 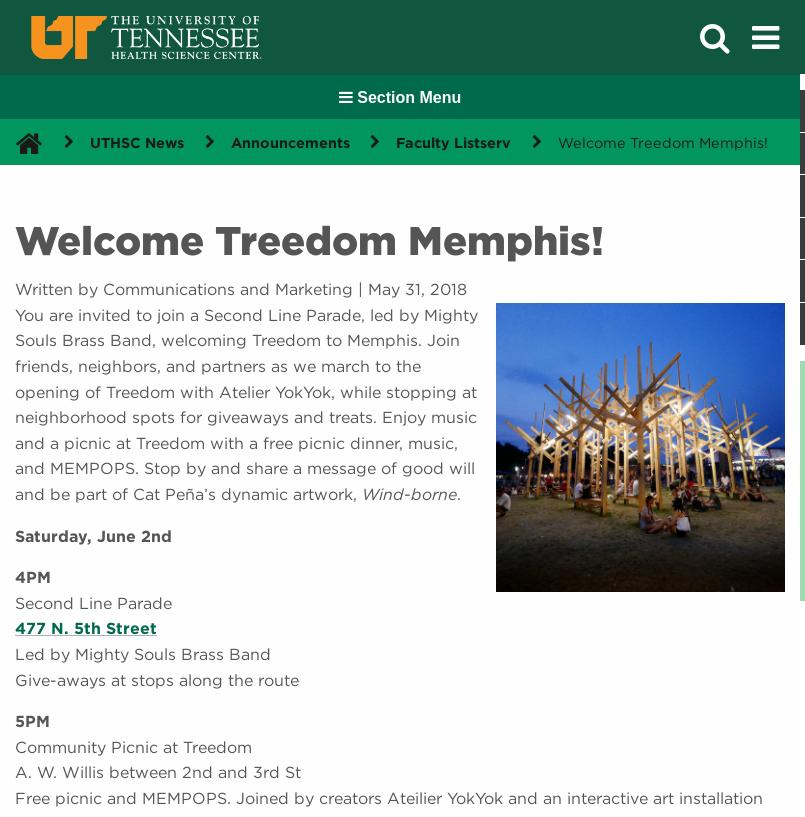 What do you see at coordinates (14, 602) in the screenshot?
I see `'Second Line Parade'` at bounding box center [14, 602].